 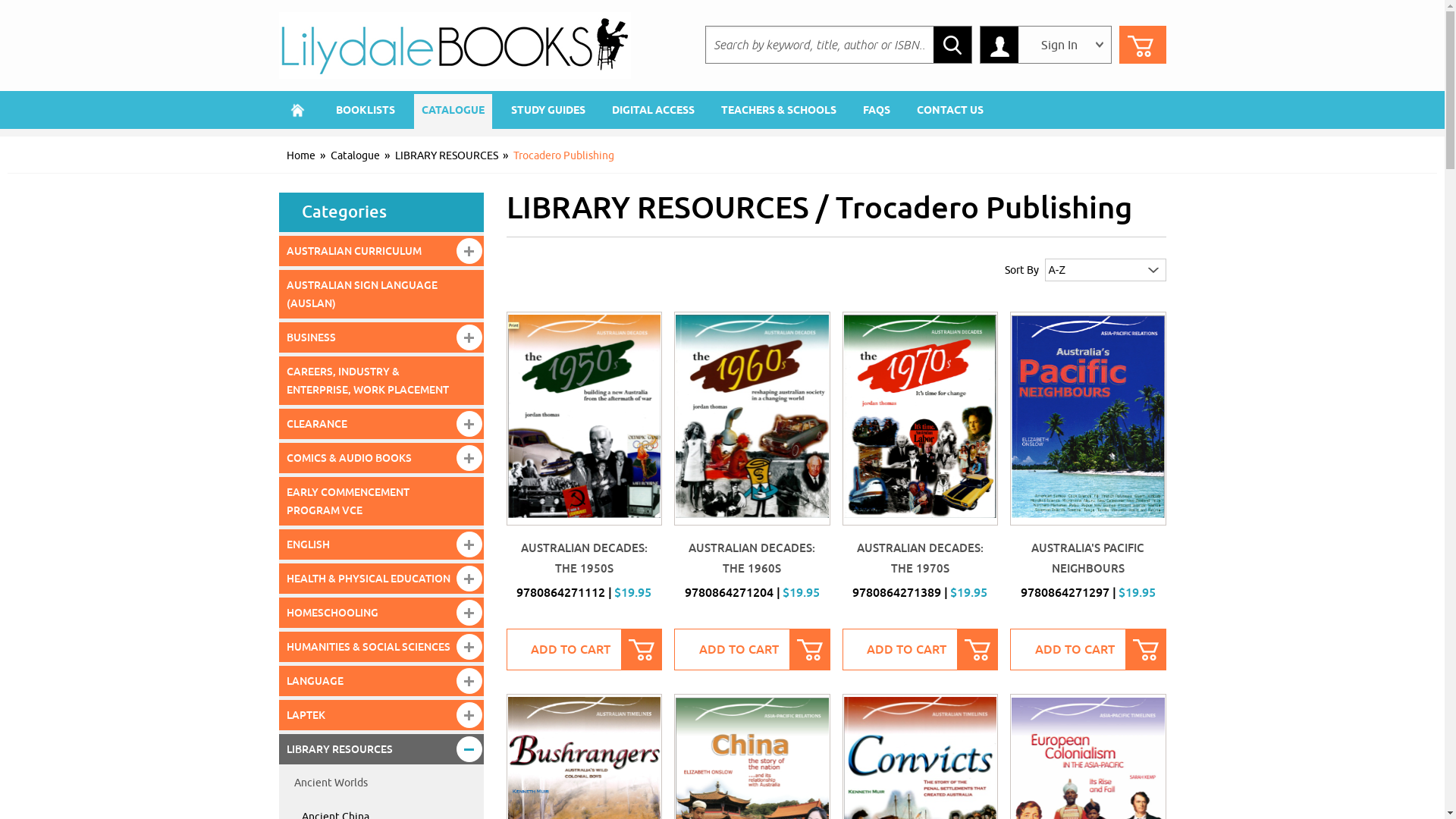 I want to click on 'Ancient Worlds', so click(x=381, y=783).